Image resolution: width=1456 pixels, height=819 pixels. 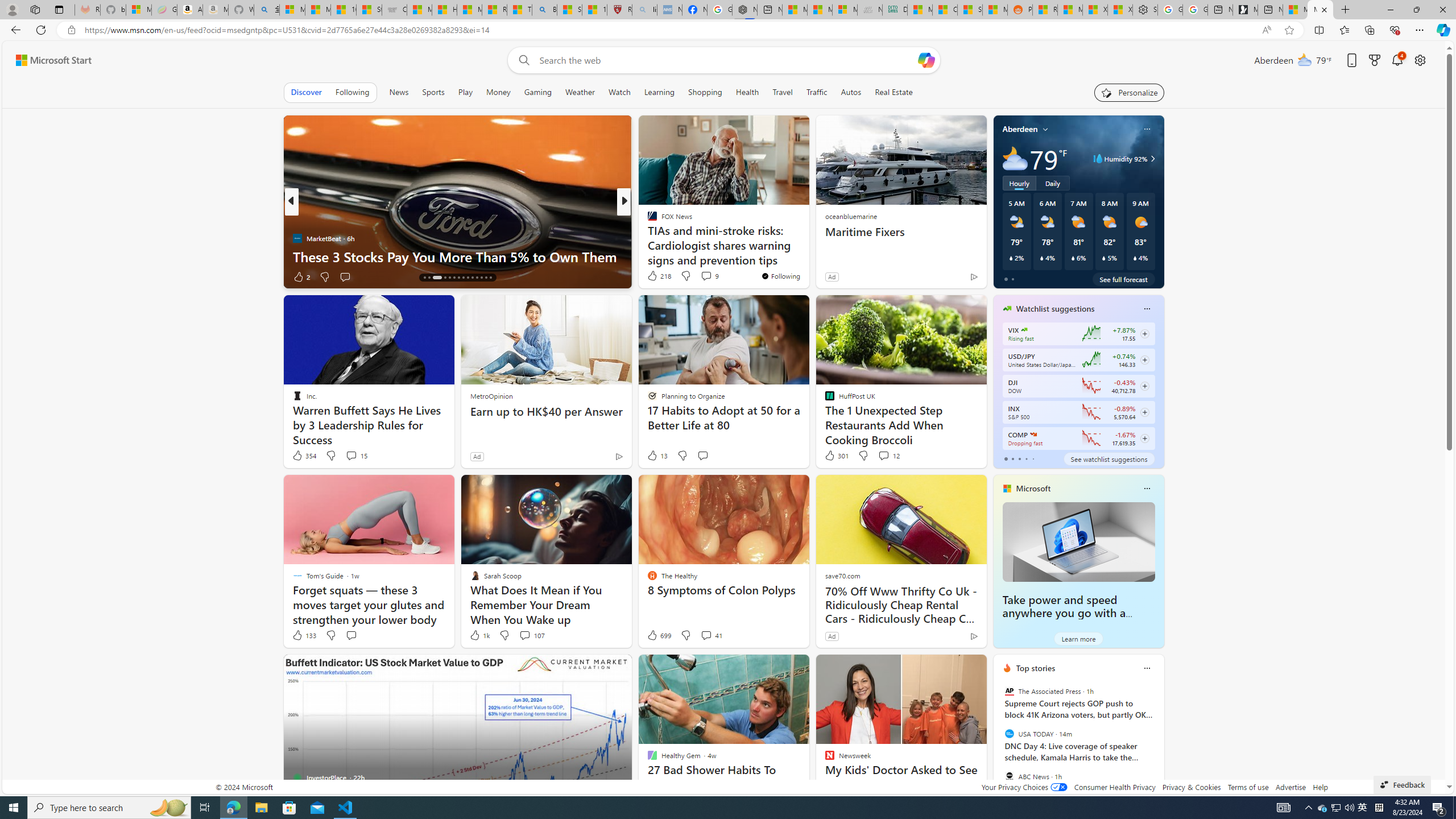 What do you see at coordinates (841, 575) in the screenshot?
I see `'save70.com'` at bounding box center [841, 575].